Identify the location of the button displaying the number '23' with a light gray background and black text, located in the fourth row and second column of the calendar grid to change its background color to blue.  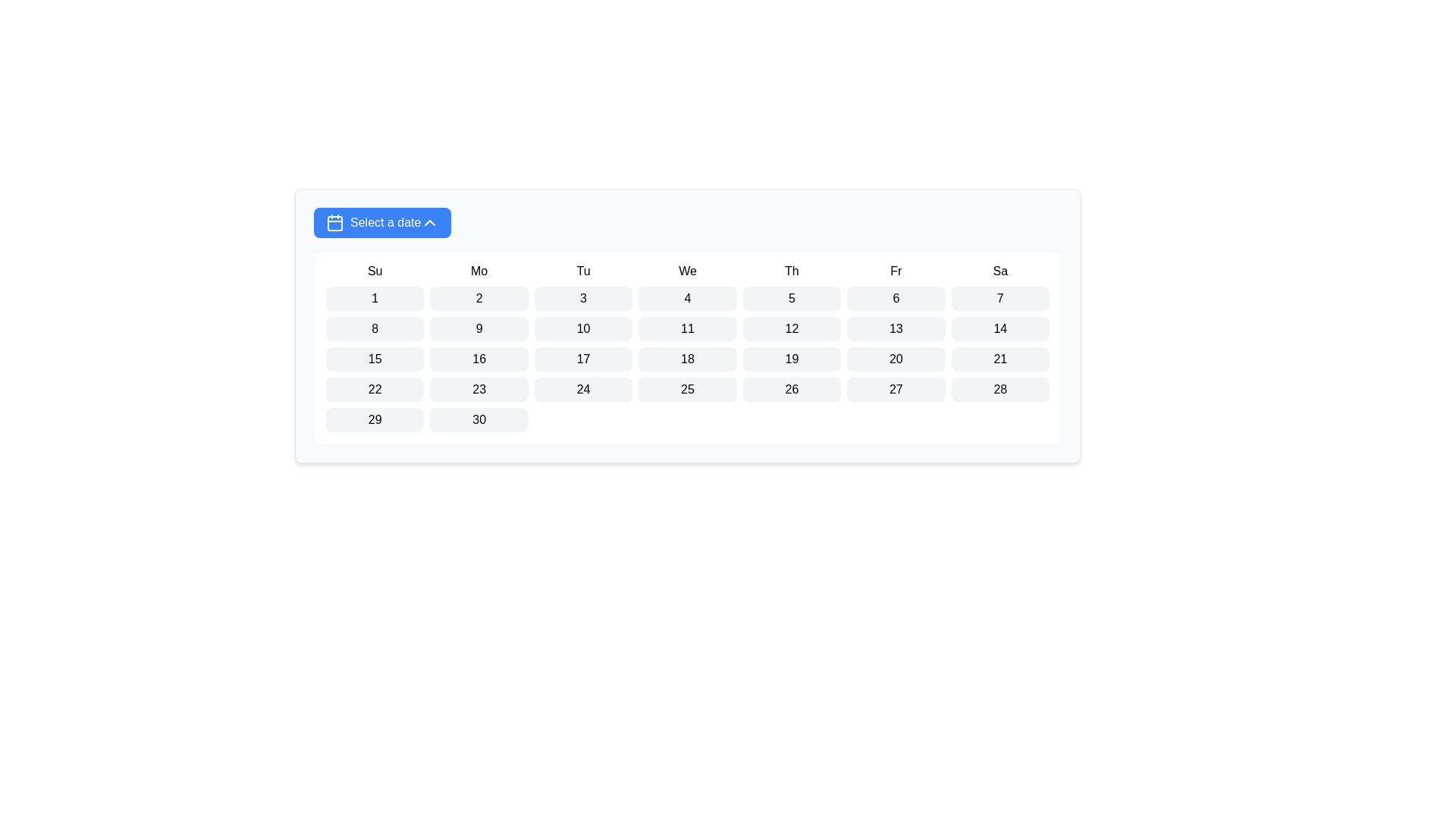
(479, 388).